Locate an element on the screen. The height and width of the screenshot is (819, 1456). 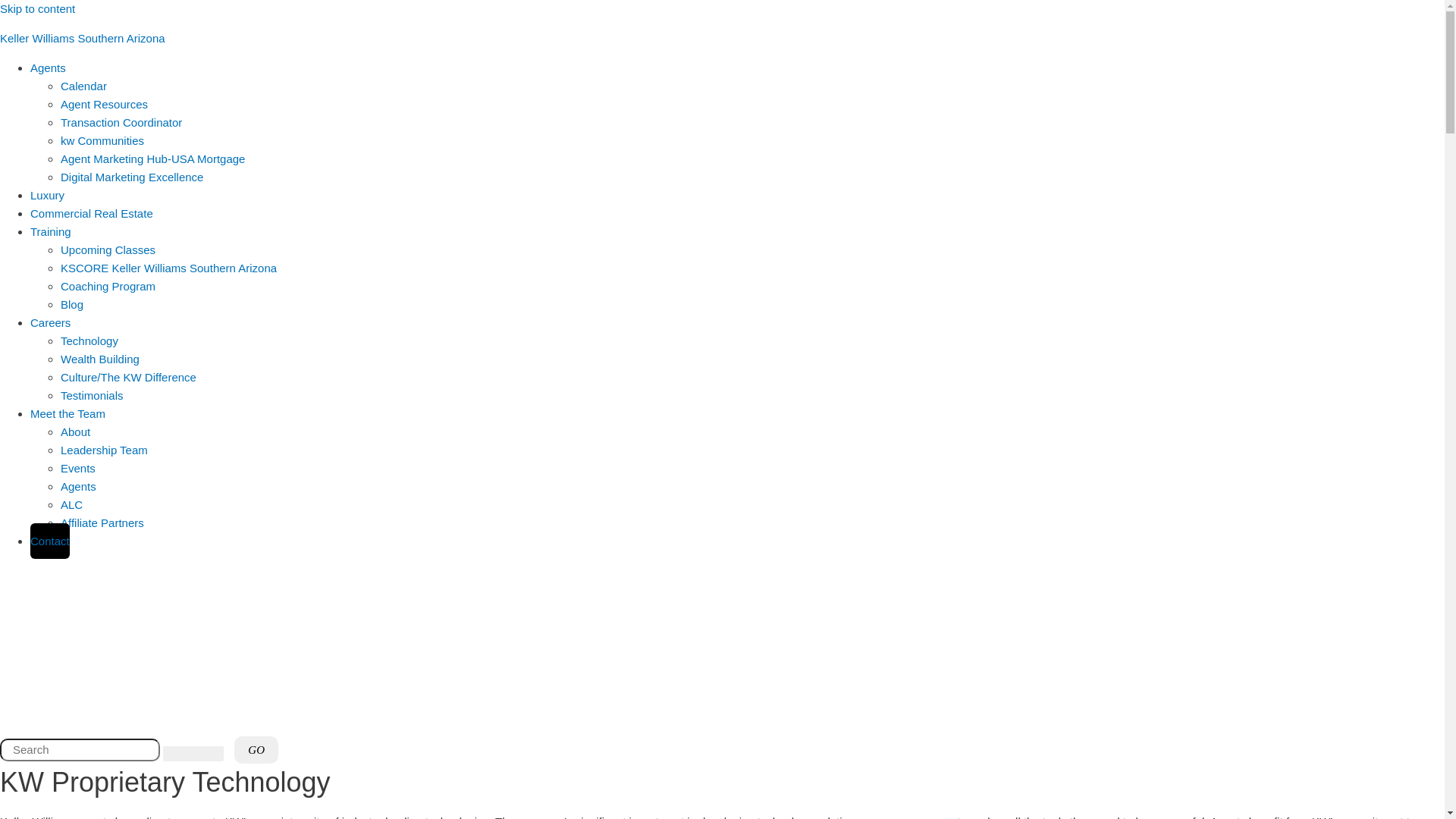
'Culture/The KW Difference' is located at coordinates (128, 376).